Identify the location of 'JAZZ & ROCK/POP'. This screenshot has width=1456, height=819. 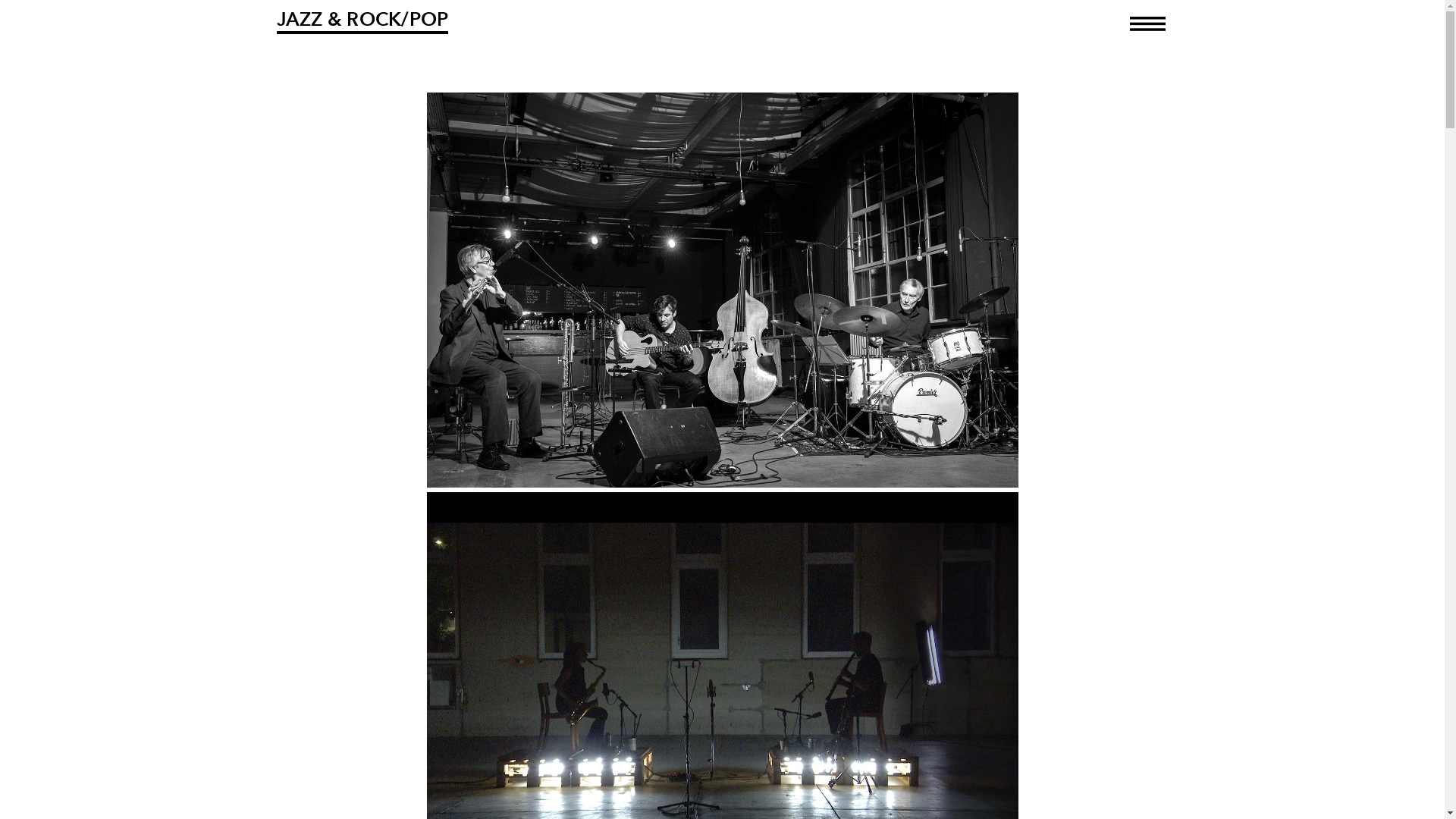
(361, 20).